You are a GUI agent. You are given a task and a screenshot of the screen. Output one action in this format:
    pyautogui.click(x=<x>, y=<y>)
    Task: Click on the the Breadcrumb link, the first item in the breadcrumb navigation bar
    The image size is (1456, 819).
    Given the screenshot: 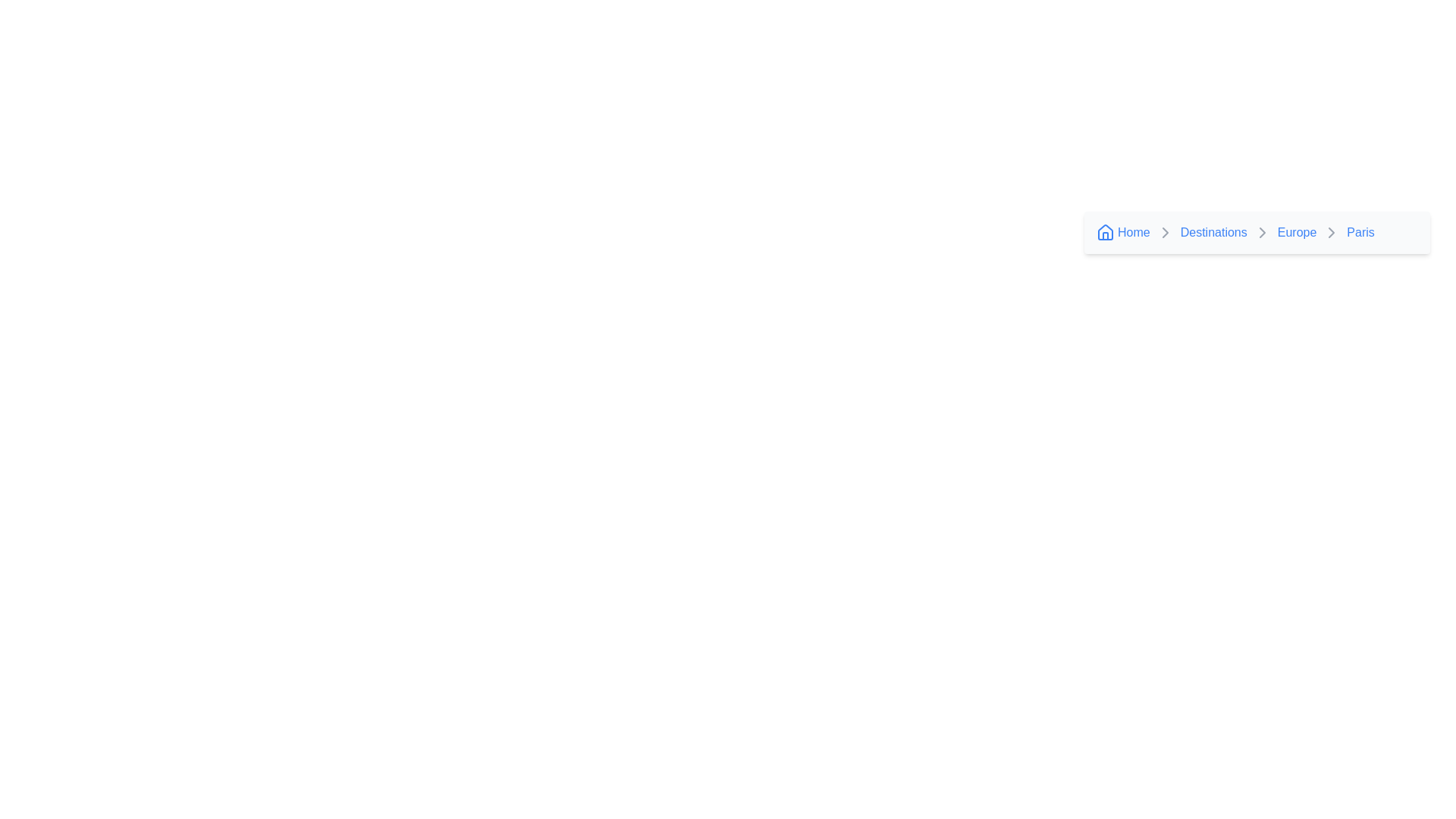 What is the action you would take?
    pyautogui.click(x=1138, y=233)
    